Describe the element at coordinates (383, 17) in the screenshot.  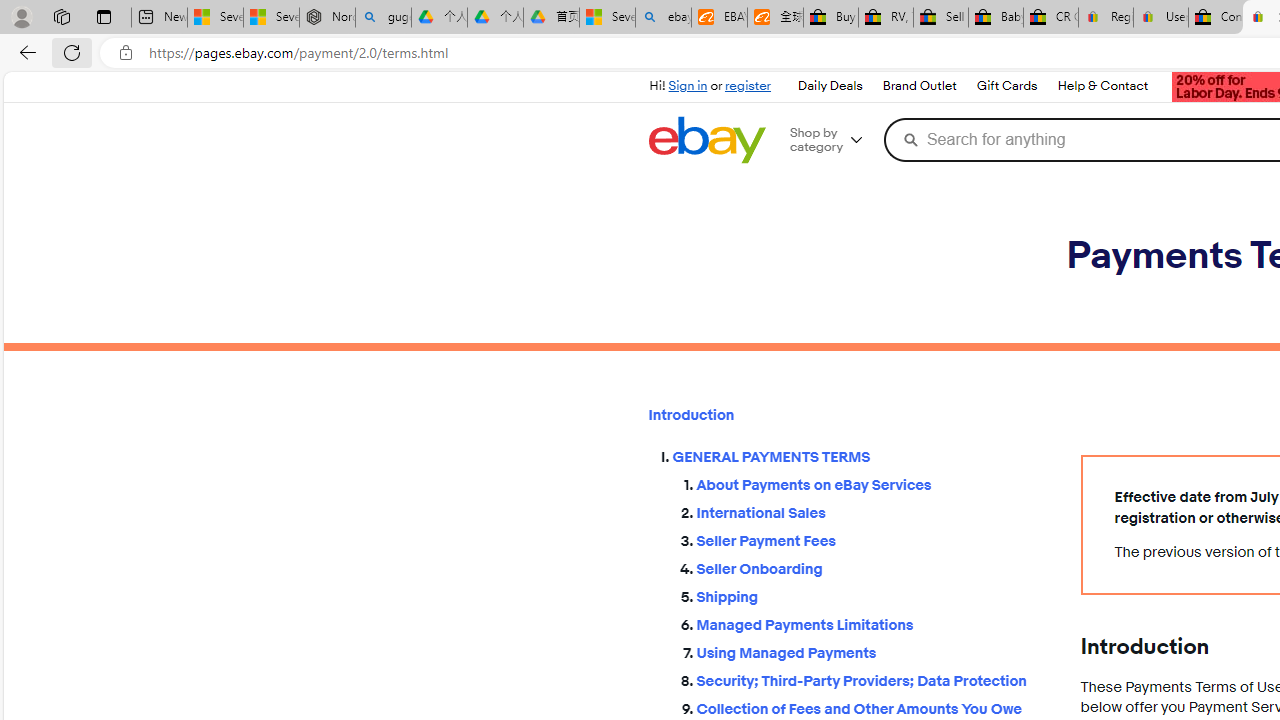
I see `'guge yunpan - Search'` at that location.